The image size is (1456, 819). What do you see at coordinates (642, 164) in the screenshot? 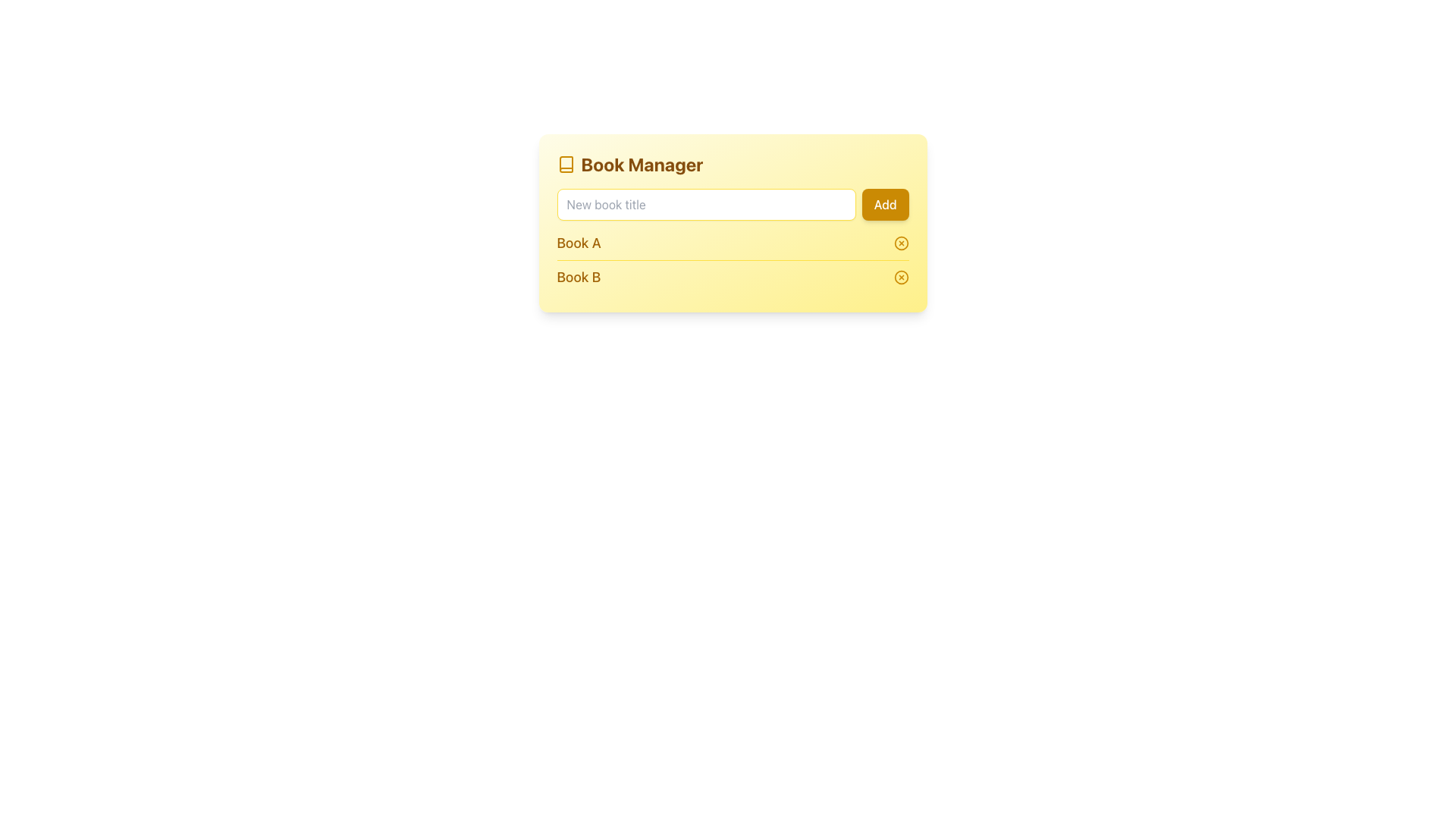
I see `text from the bold, large-font label displaying 'Book Manager' located in the top-left section of the yellow card box` at bounding box center [642, 164].